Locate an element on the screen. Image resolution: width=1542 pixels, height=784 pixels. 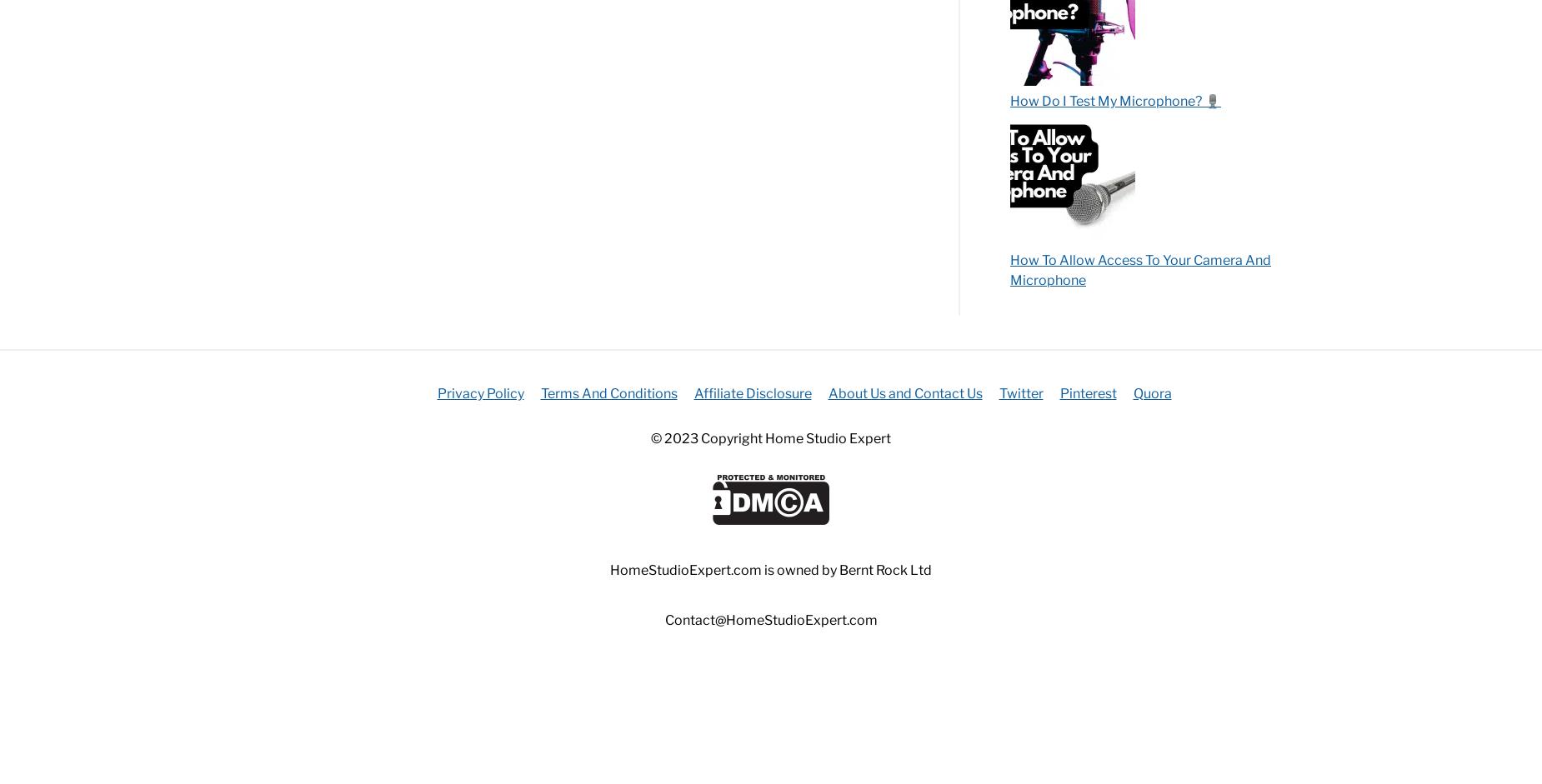
'How To Allow Access To Your Camera And Microphone' is located at coordinates (1139, 268).